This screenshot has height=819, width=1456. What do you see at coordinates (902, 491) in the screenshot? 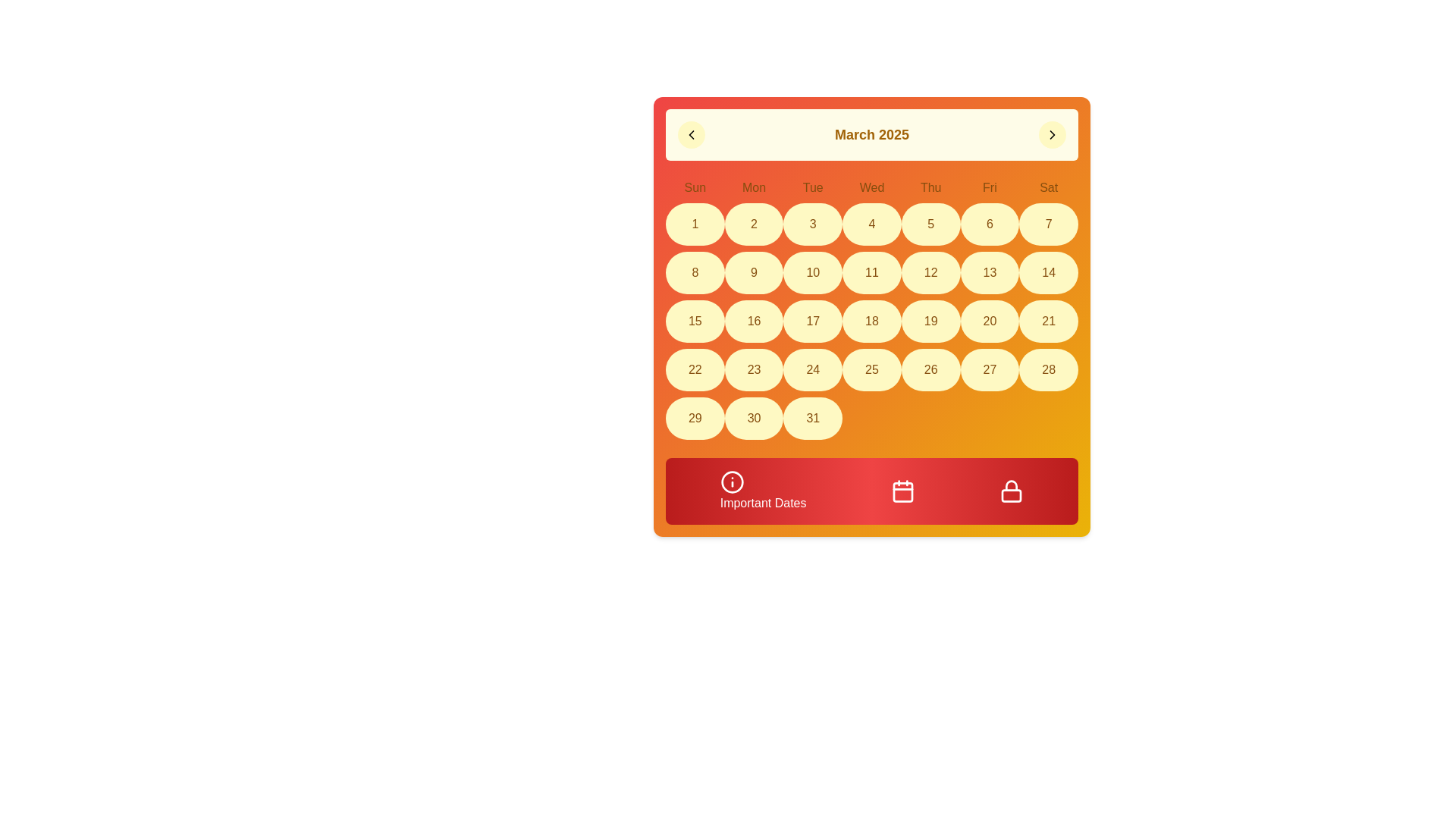
I see `the calendar icon button, which is a square icon with curved corners, white in color against a red background, located centrally within the bottom red gradient bar of the interface` at bounding box center [902, 491].